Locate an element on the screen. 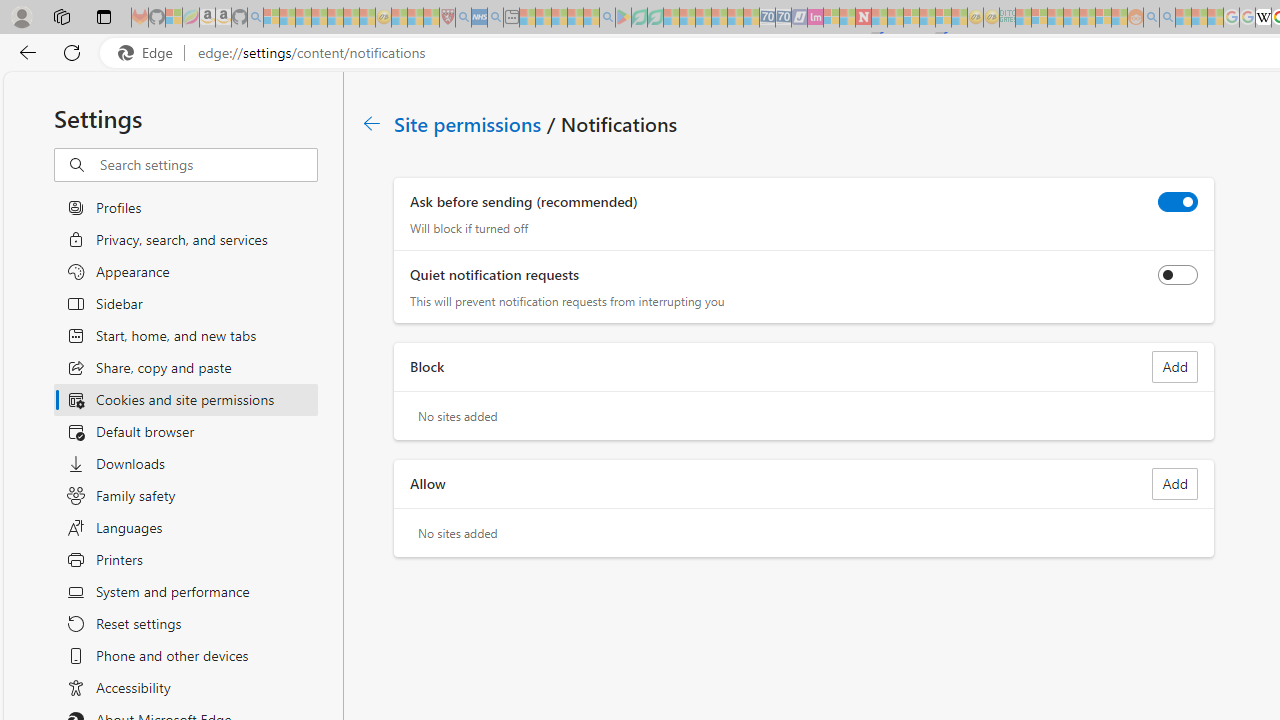  'Bluey: Let' is located at coordinates (622, 17).